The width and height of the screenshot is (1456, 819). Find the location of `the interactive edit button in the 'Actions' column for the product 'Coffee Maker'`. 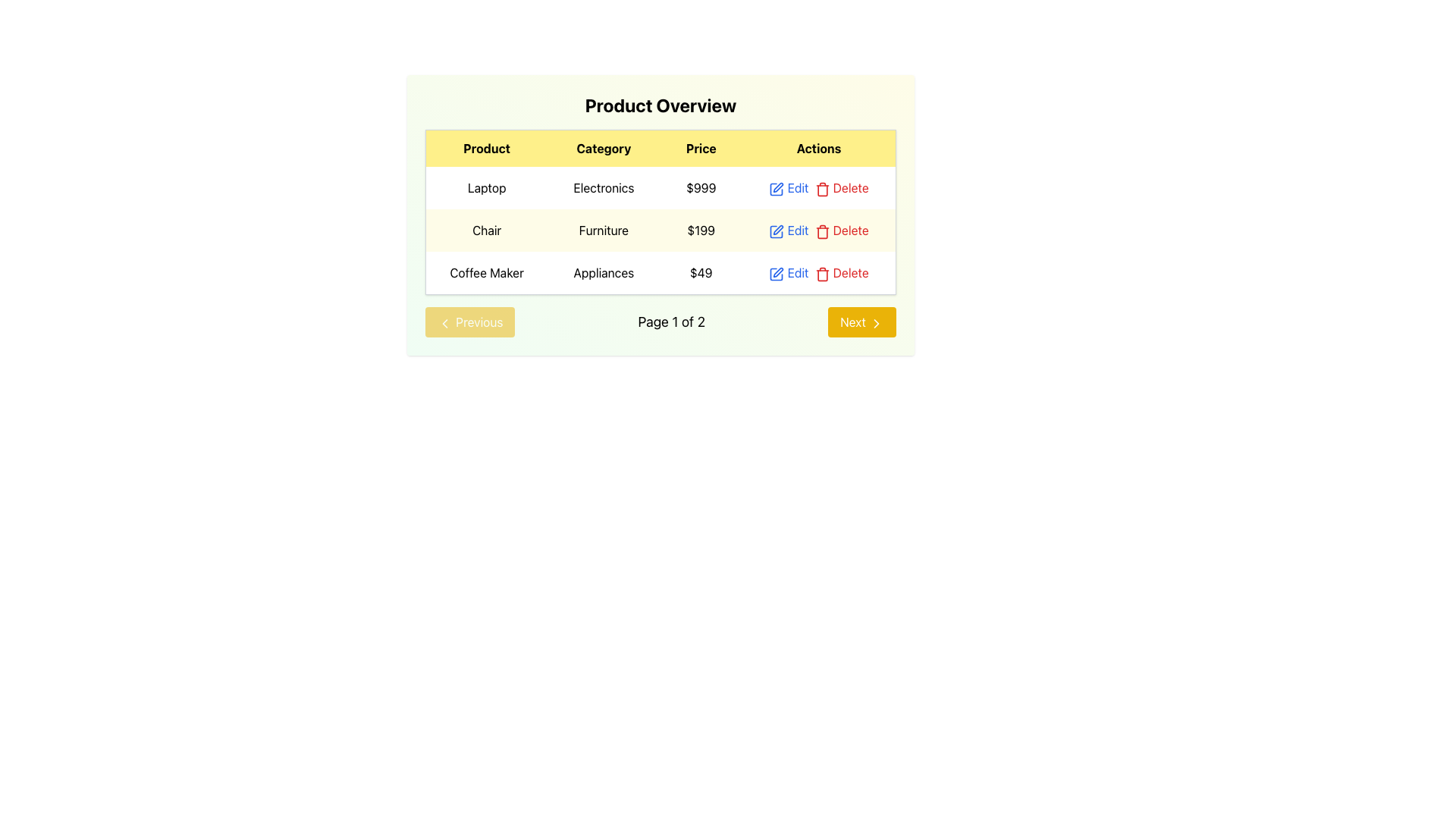

the interactive edit button in the 'Actions' column for the product 'Coffee Maker' is located at coordinates (779, 271).